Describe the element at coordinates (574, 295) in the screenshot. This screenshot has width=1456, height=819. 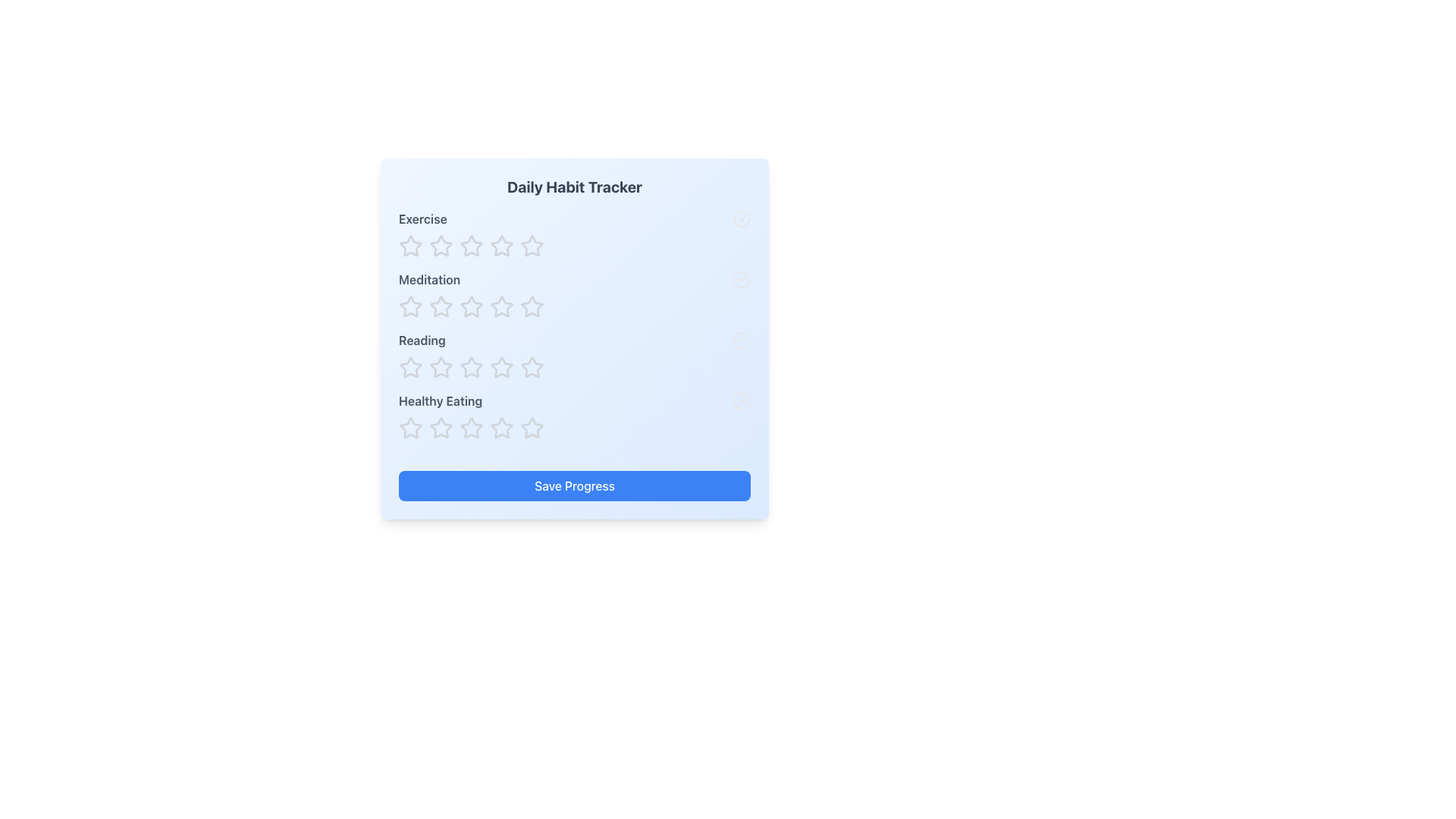
I see `across the stars in the 'Meditation' habit category` at that location.